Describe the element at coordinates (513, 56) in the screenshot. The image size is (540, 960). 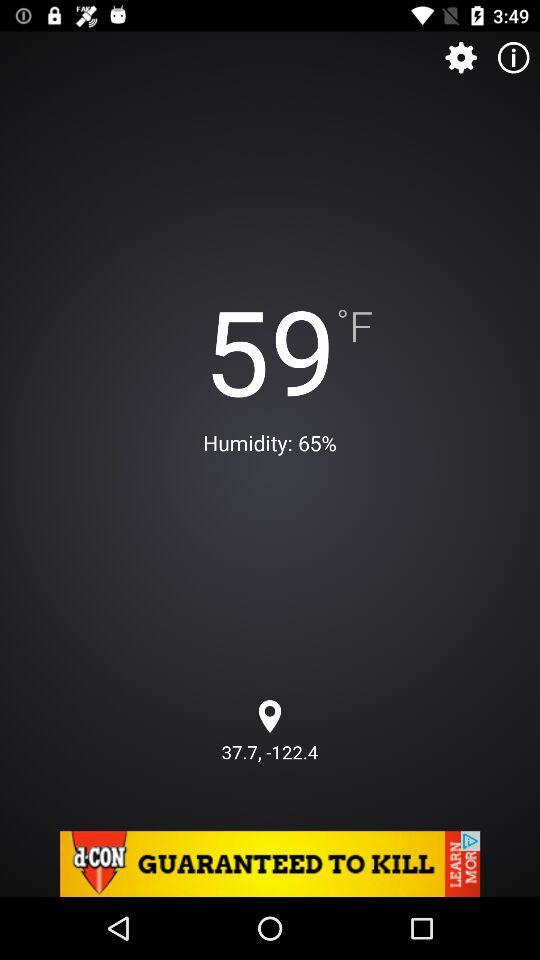
I see `information` at that location.